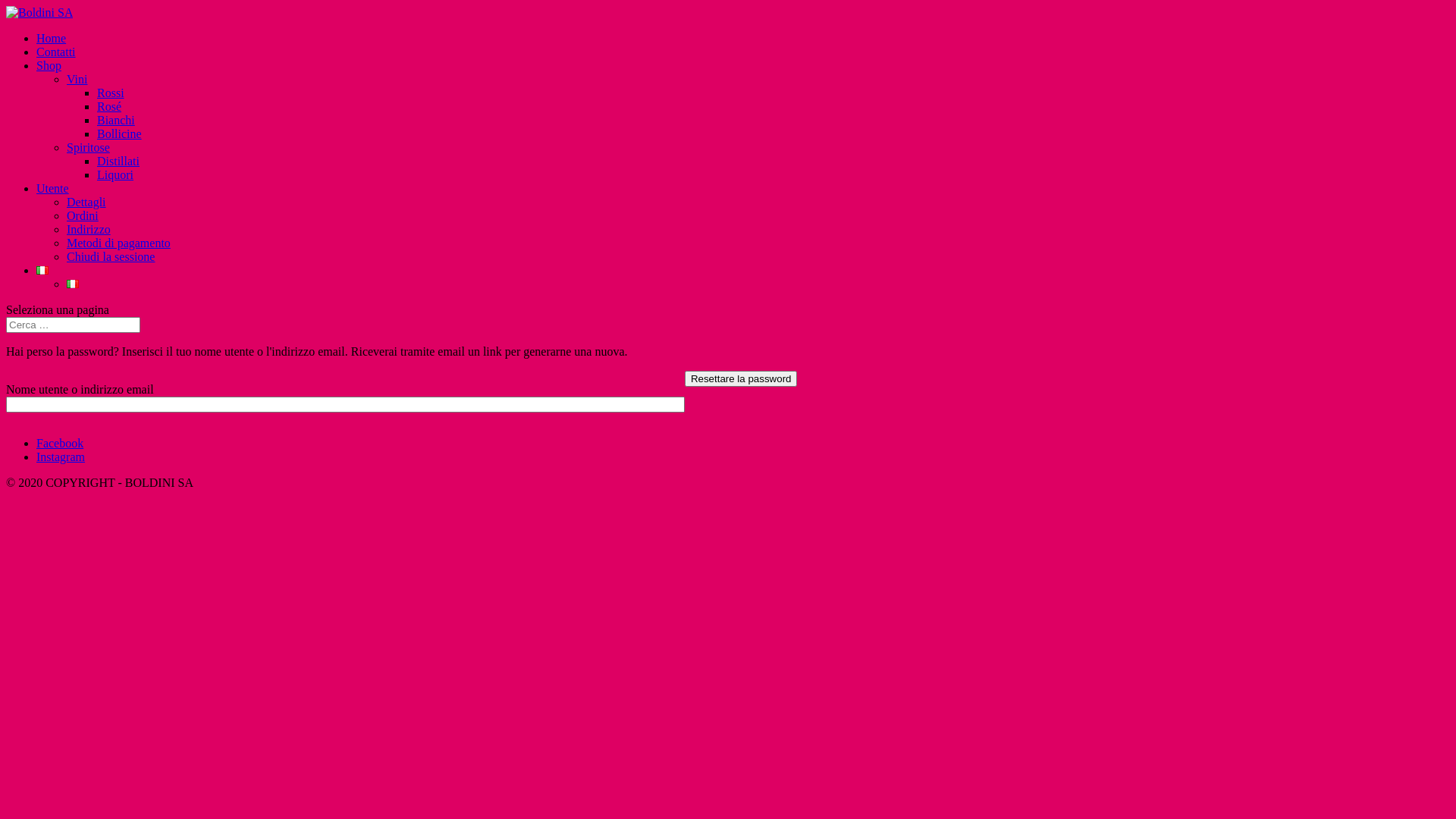  What do you see at coordinates (72, 324) in the screenshot?
I see `'Cerca:'` at bounding box center [72, 324].